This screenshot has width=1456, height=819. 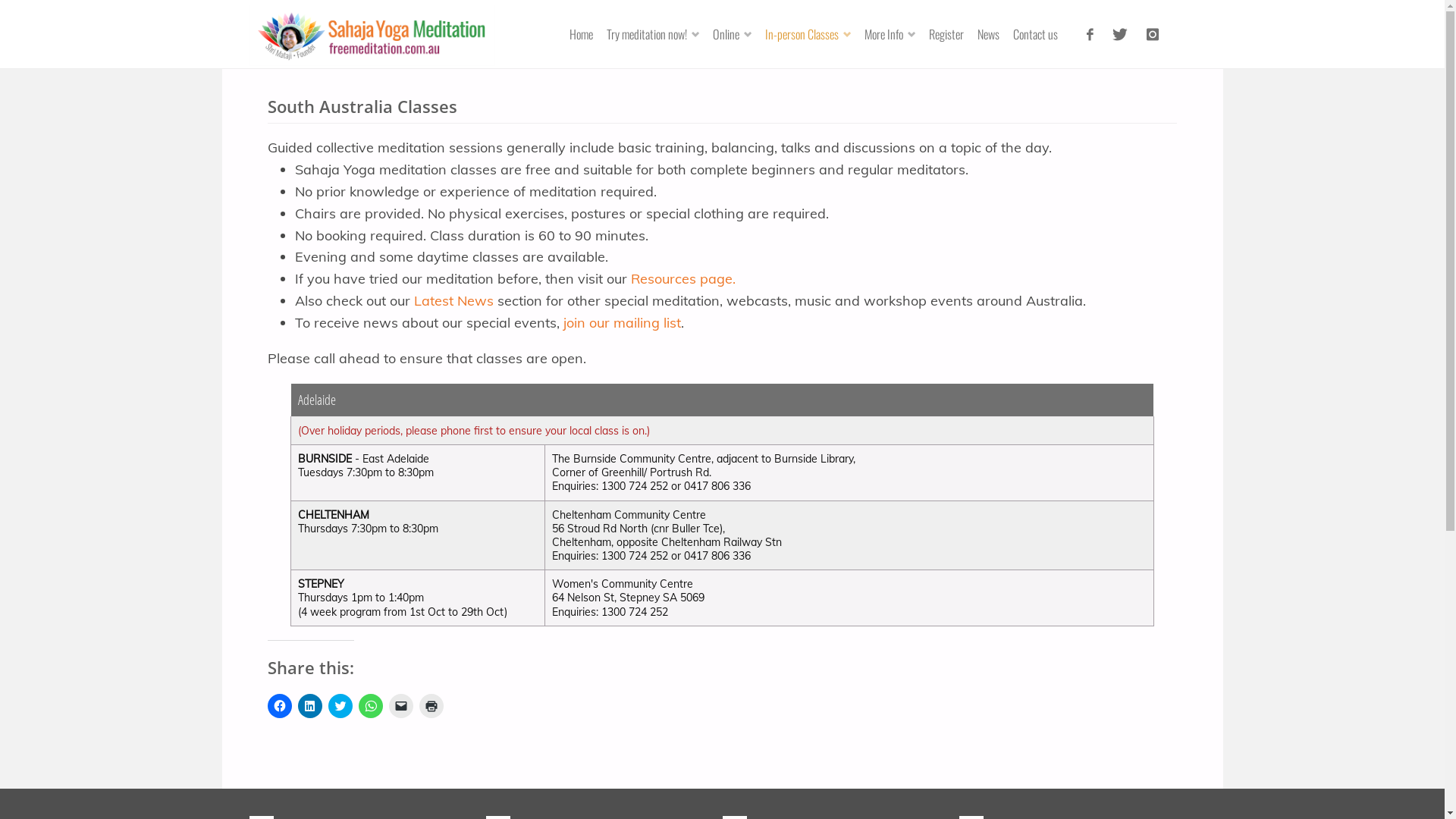 I want to click on 'Follow on Facebook', so click(x=1088, y=34).